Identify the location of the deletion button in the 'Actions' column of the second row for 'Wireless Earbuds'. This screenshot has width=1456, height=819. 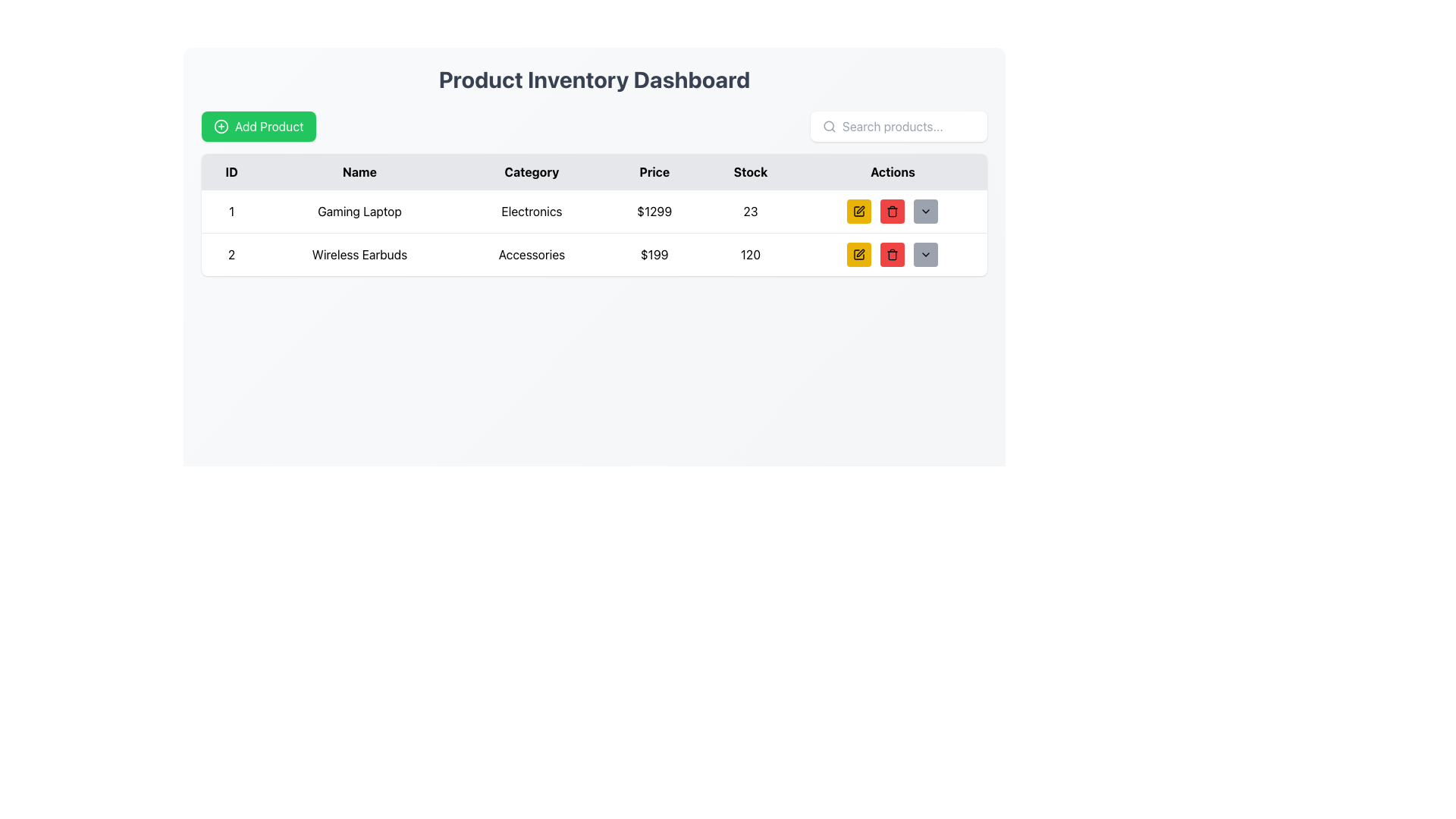
(893, 253).